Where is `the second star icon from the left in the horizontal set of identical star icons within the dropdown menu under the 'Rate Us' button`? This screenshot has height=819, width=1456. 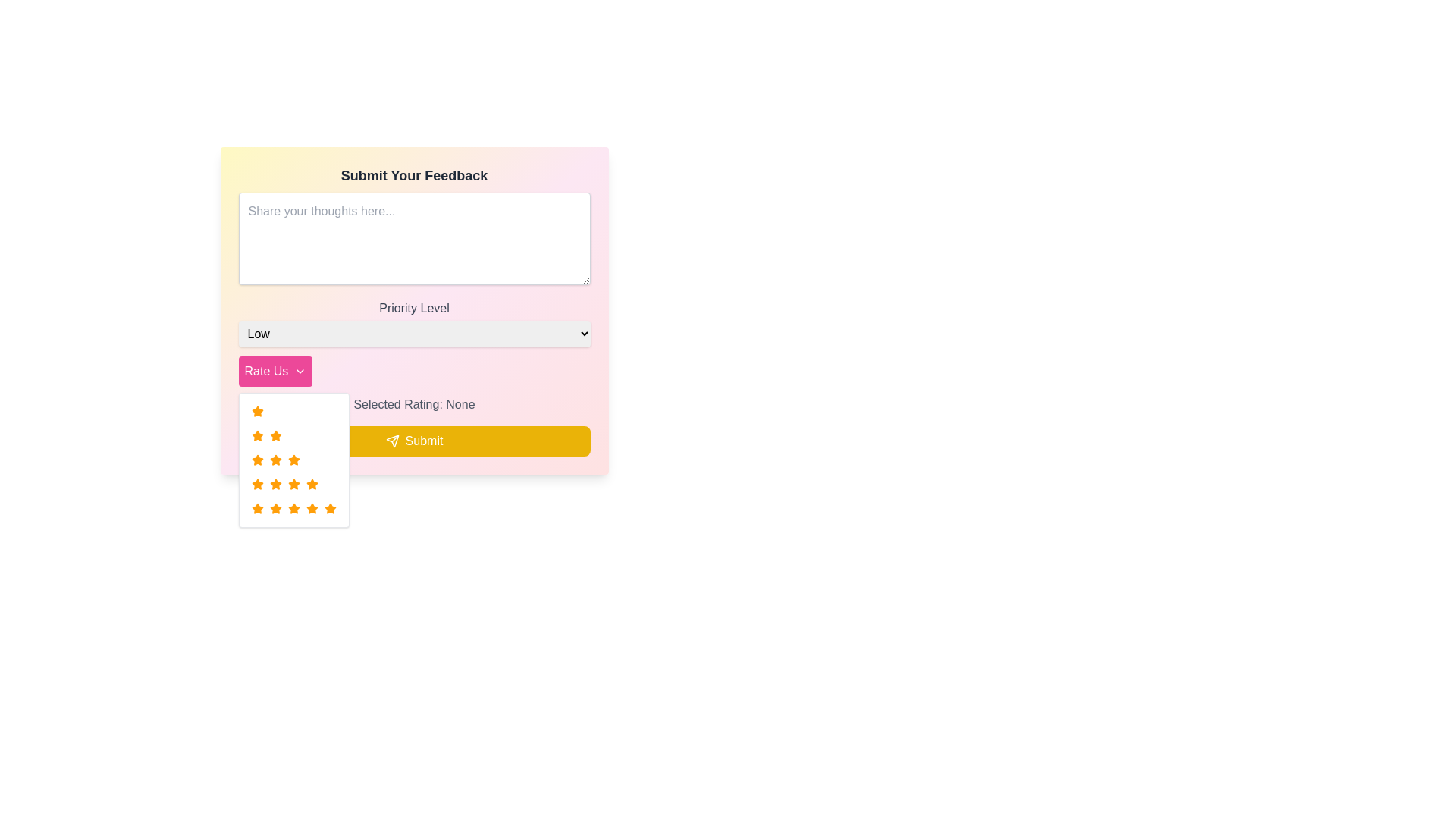
the second star icon from the left in the horizontal set of identical star icons within the dropdown menu under the 'Rate Us' button is located at coordinates (257, 509).